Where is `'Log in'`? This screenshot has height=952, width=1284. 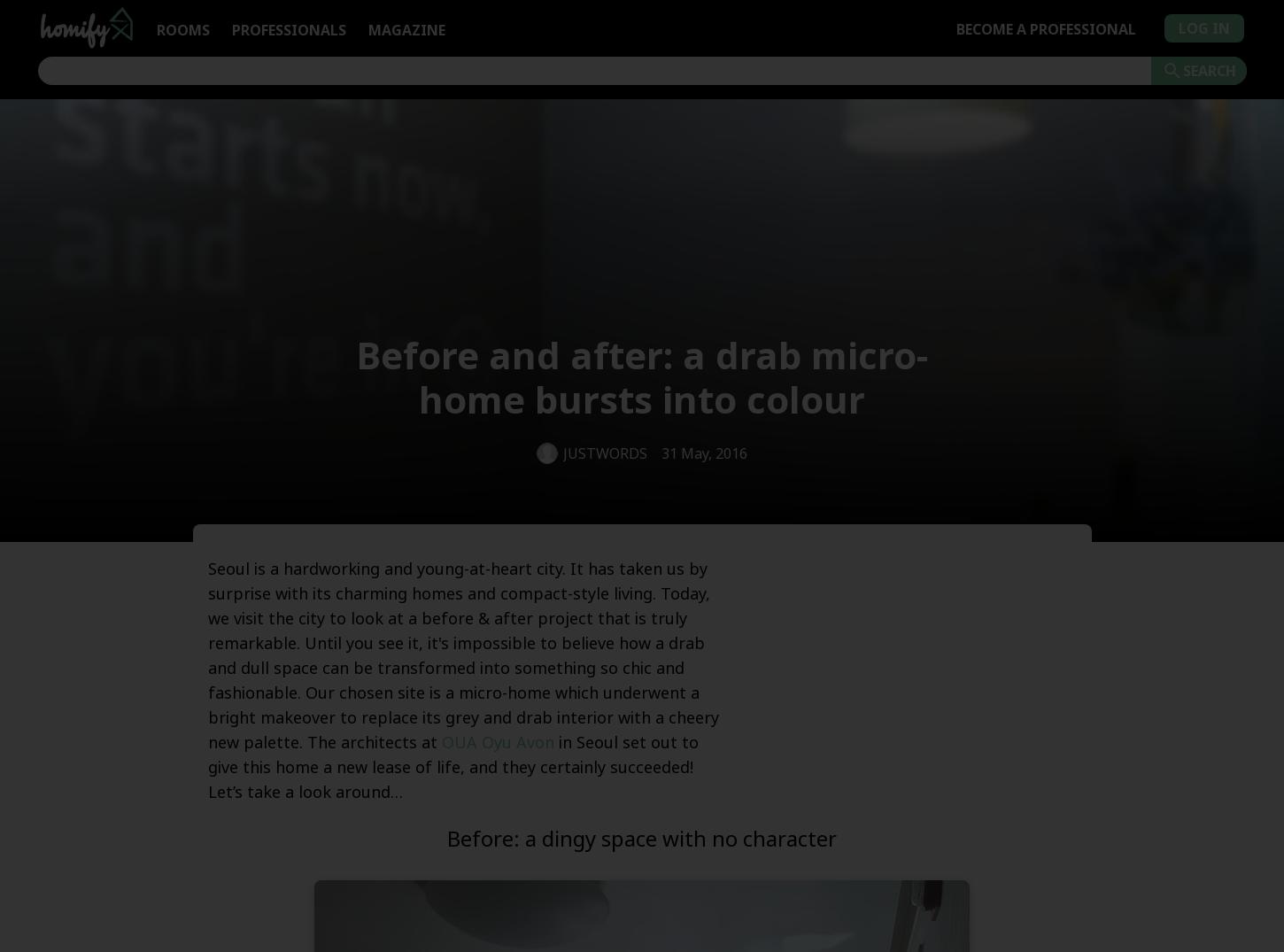 'Log in' is located at coordinates (1202, 27).